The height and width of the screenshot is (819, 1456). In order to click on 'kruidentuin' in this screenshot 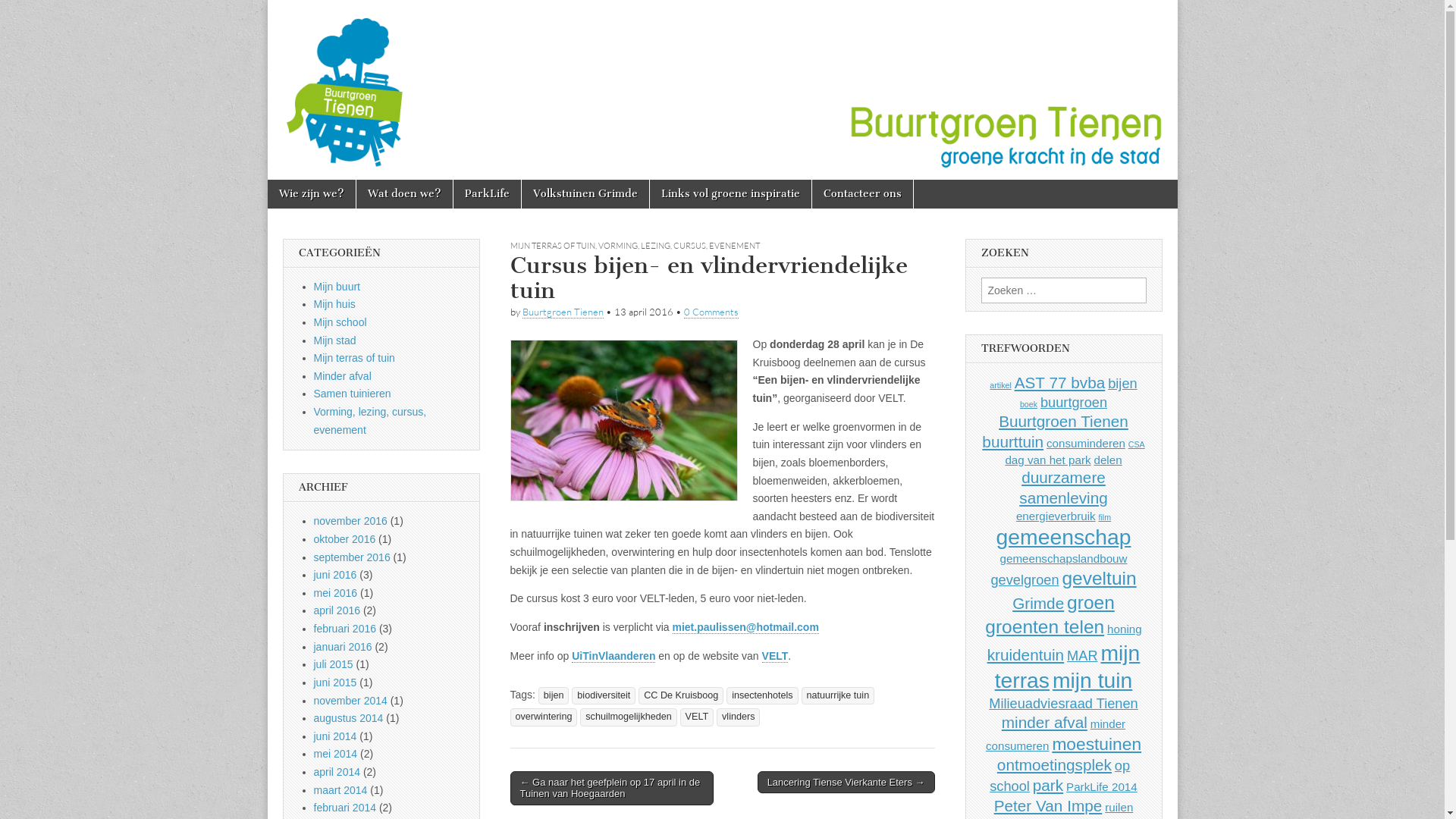, I will do `click(1026, 654)`.